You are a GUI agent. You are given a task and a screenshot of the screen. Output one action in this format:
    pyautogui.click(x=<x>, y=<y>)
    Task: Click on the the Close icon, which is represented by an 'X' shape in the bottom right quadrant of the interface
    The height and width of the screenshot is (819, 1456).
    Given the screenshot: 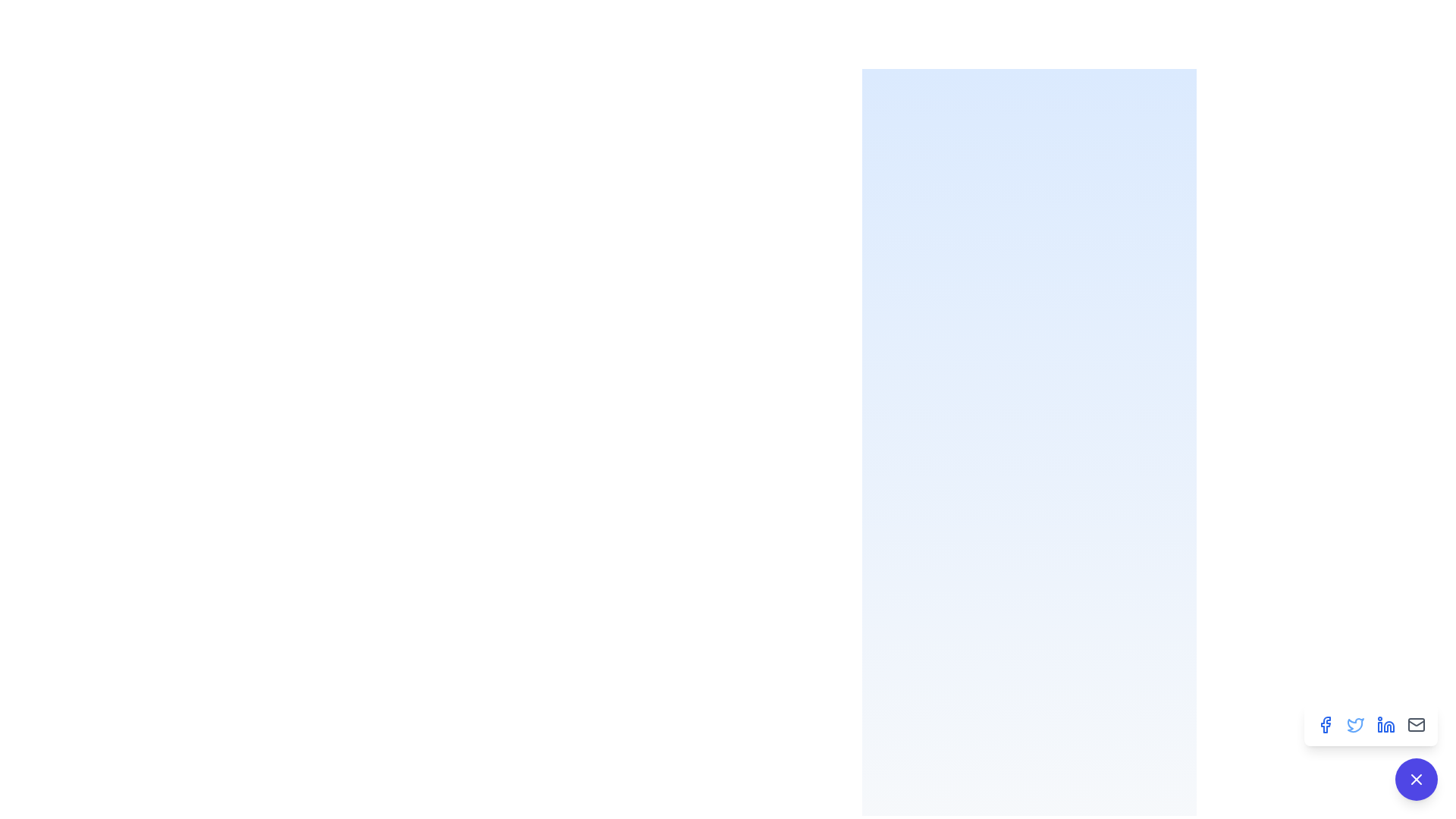 What is the action you would take?
    pyautogui.click(x=1415, y=780)
    